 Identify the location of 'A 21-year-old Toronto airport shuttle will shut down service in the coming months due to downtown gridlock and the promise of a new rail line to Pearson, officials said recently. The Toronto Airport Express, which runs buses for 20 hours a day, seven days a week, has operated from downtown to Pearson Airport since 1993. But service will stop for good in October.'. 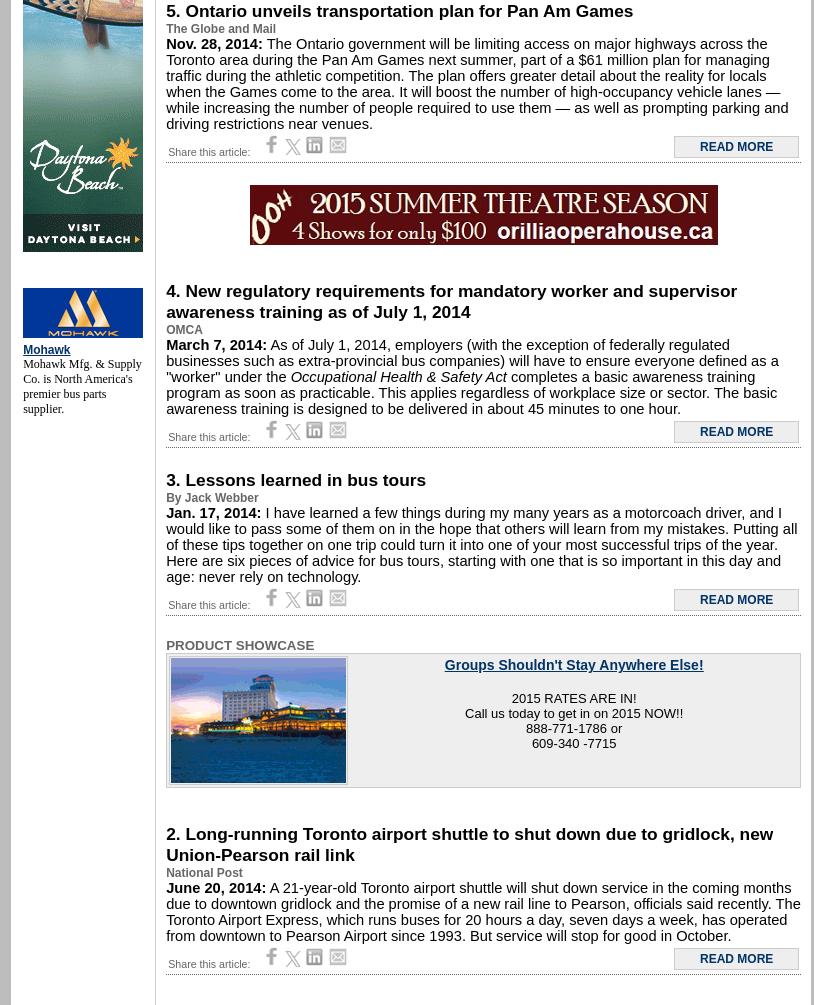
(482, 911).